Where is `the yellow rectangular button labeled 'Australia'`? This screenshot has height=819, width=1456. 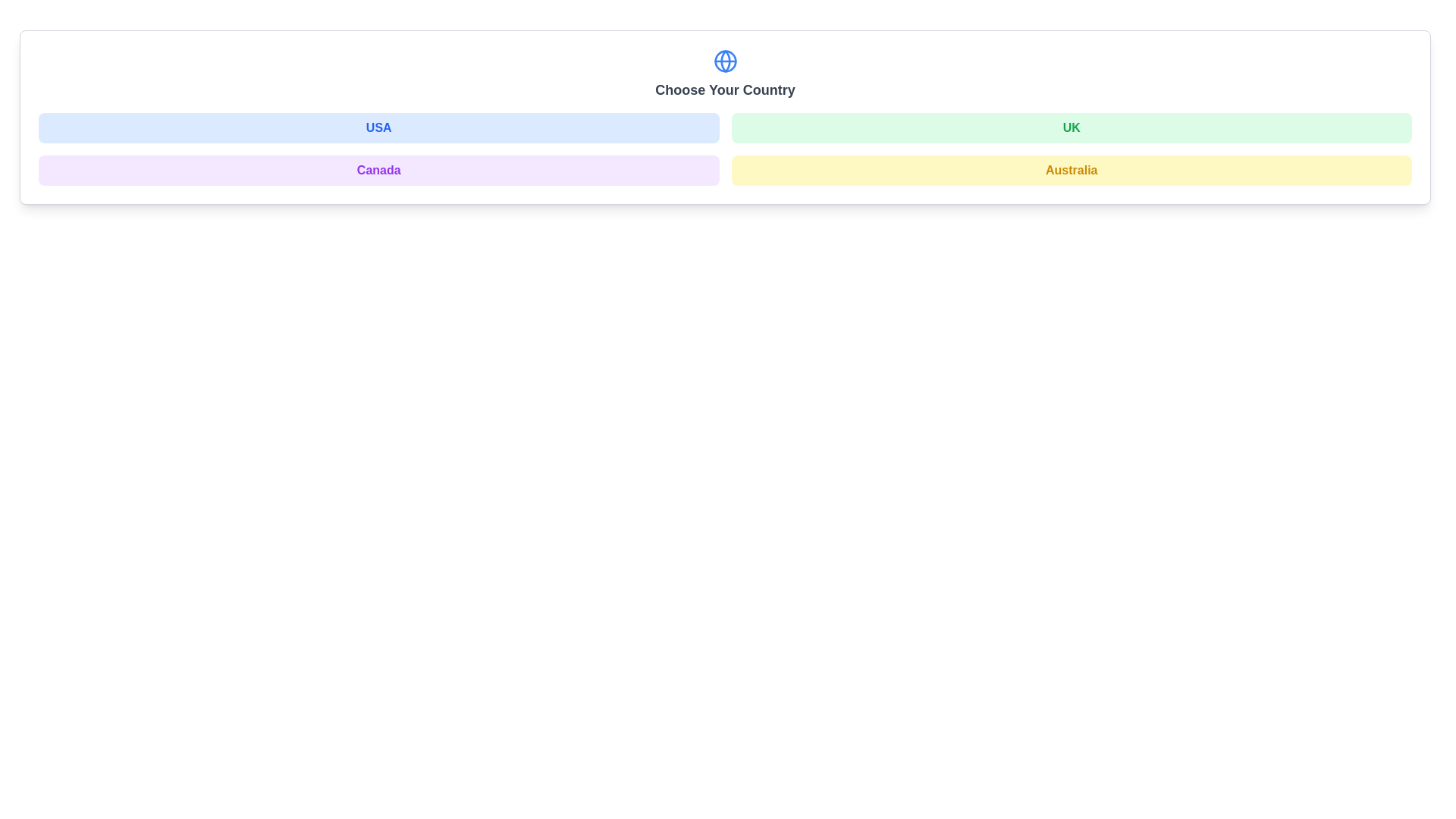 the yellow rectangular button labeled 'Australia' is located at coordinates (1071, 170).